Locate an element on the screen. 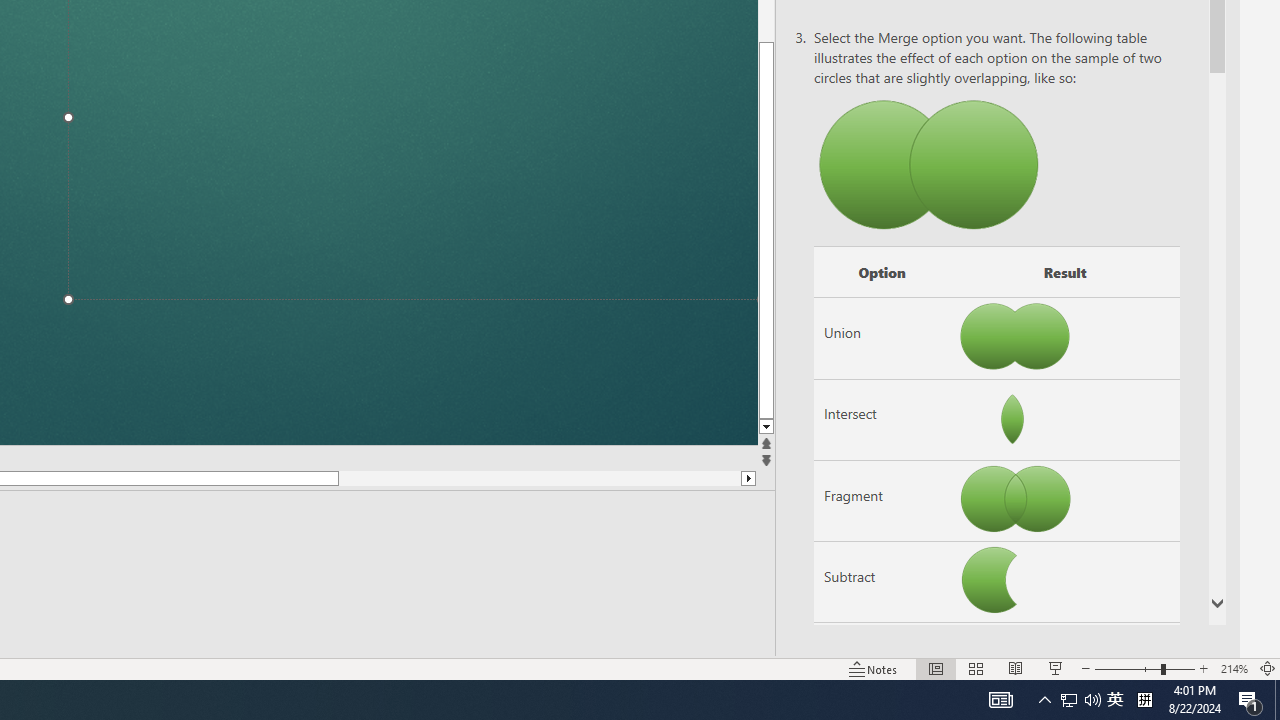 The height and width of the screenshot is (720, 1280). 'User Promoted Notification Area' is located at coordinates (1114, 698).